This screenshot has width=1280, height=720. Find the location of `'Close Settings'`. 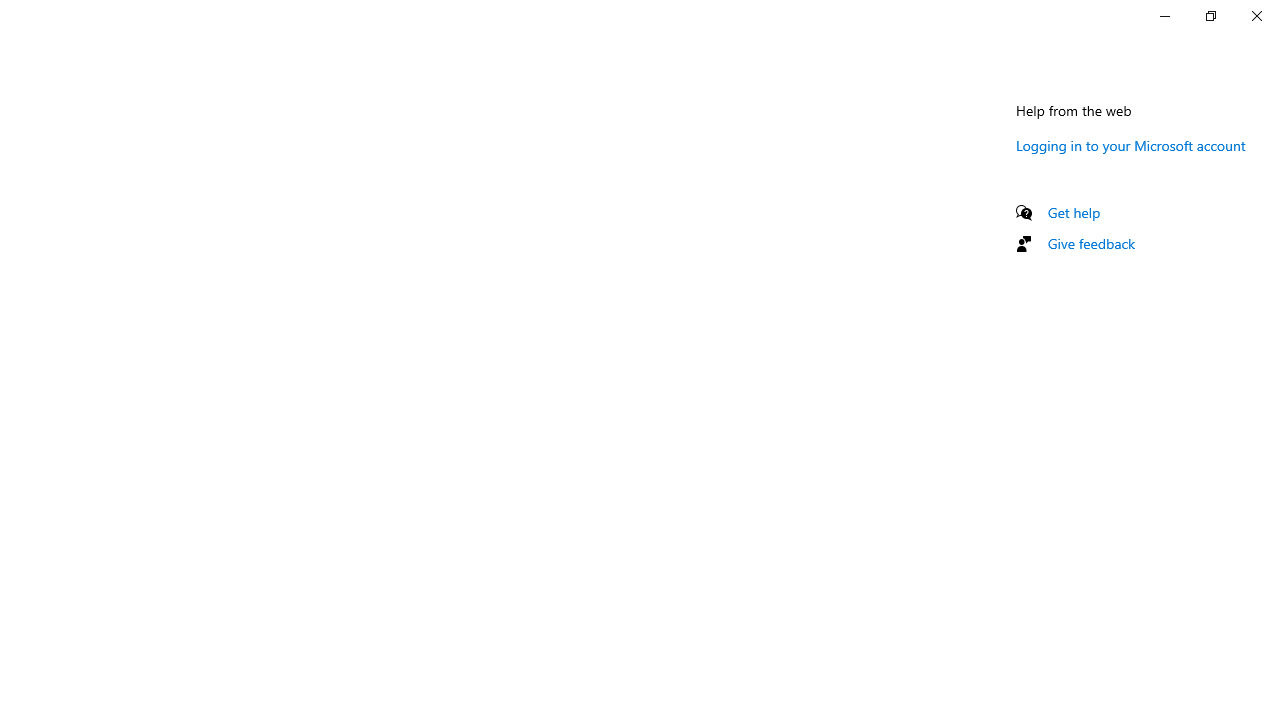

'Close Settings' is located at coordinates (1255, 15).